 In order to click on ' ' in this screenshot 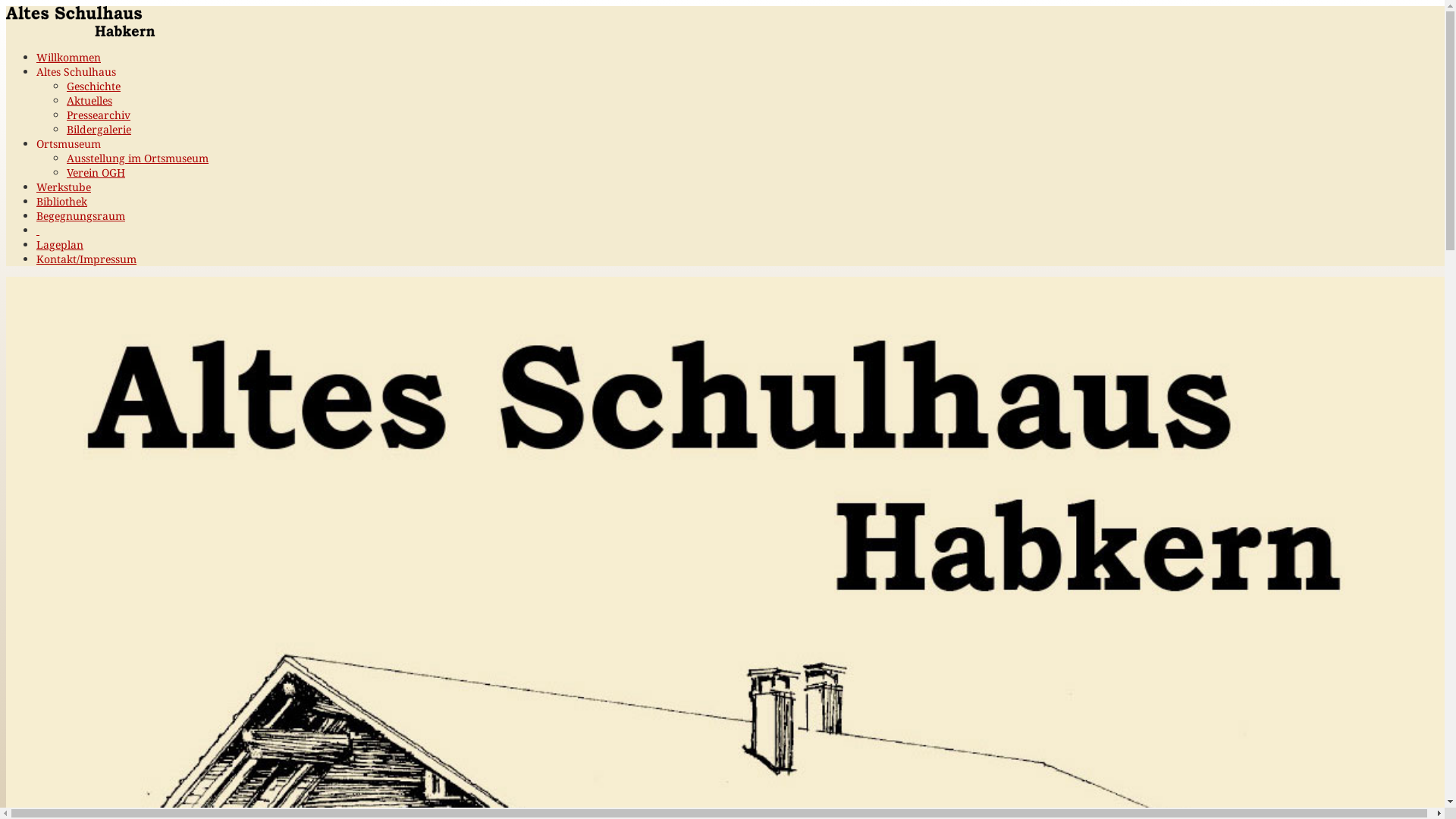, I will do `click(37, 230)`.